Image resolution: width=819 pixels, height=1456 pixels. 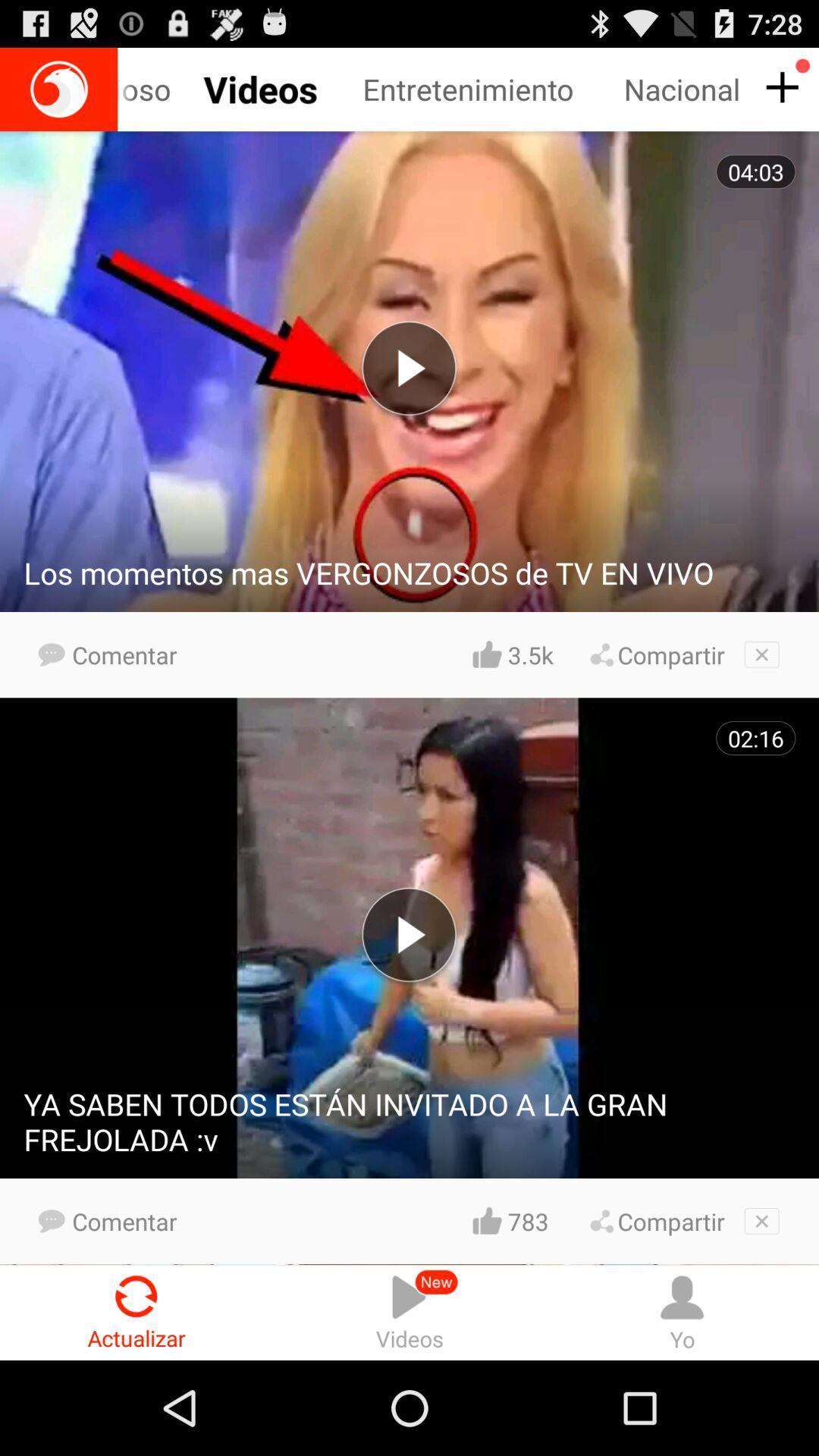 I want to click on gracioso, so click(x=169, y=89).